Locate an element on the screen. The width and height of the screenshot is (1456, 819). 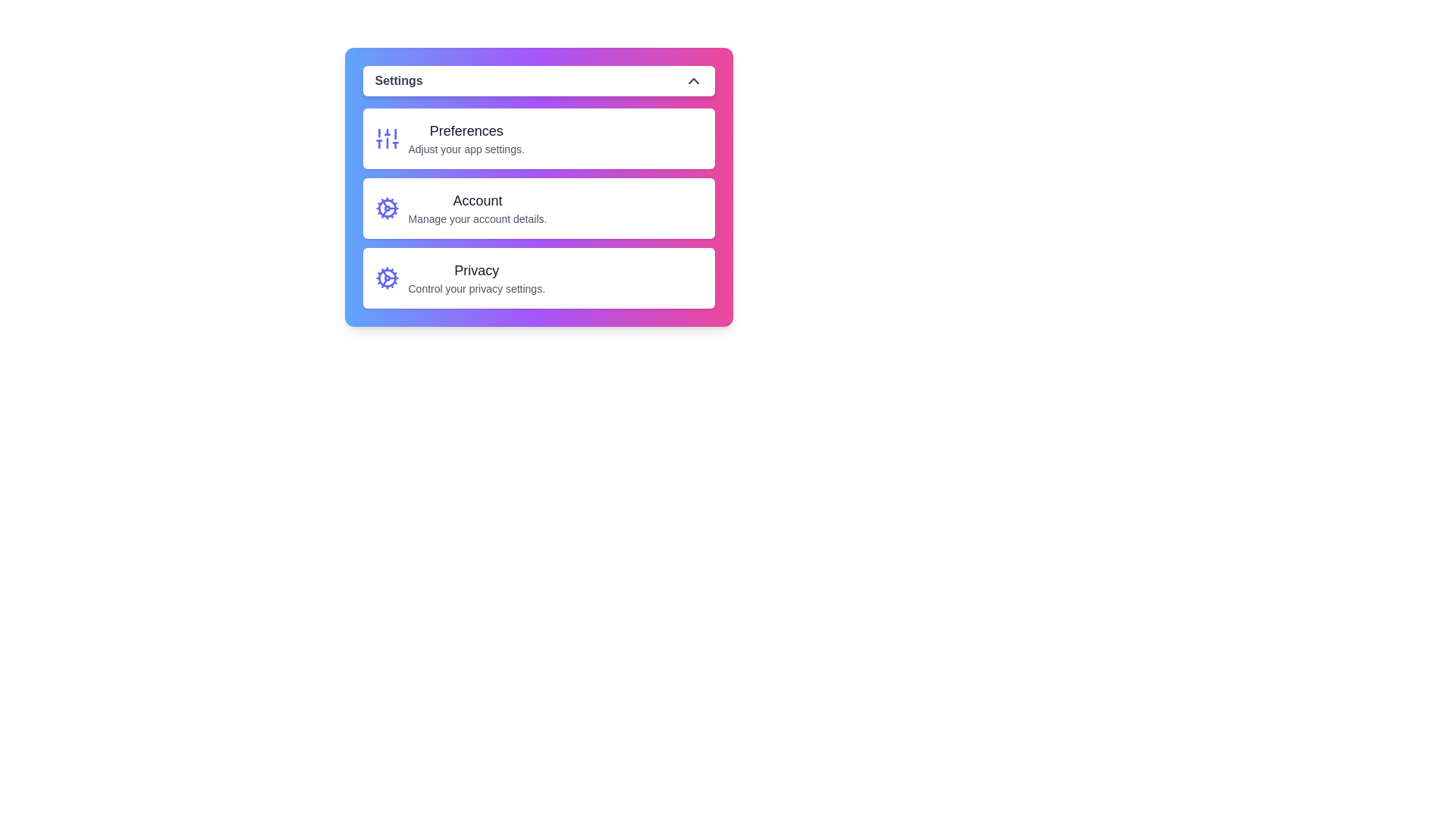
the icon associated with the Privacy option is located at coordinates (387, 278).